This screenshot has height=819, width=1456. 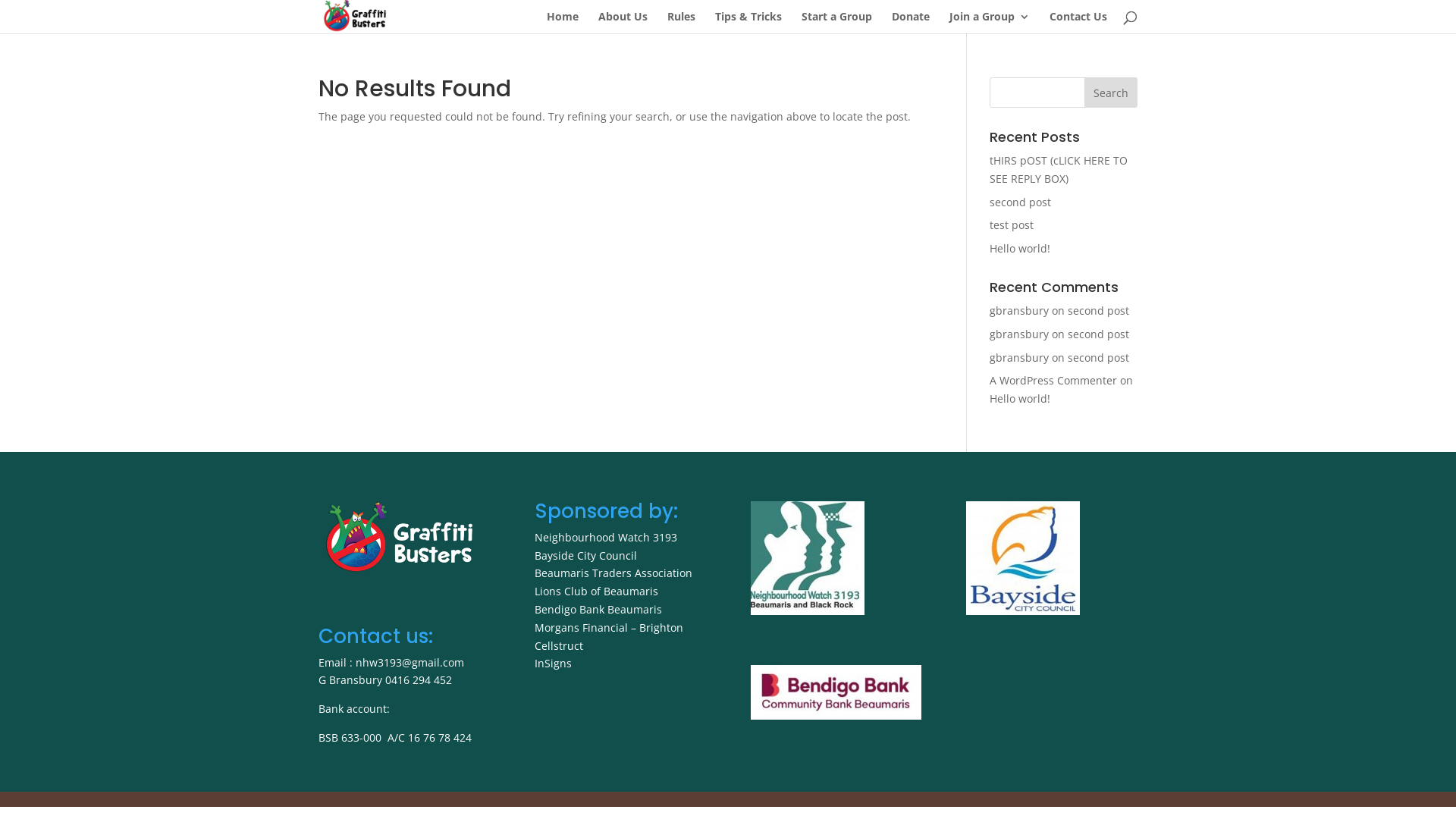 I want to click on 'second post', so click(x=1098, y=357).